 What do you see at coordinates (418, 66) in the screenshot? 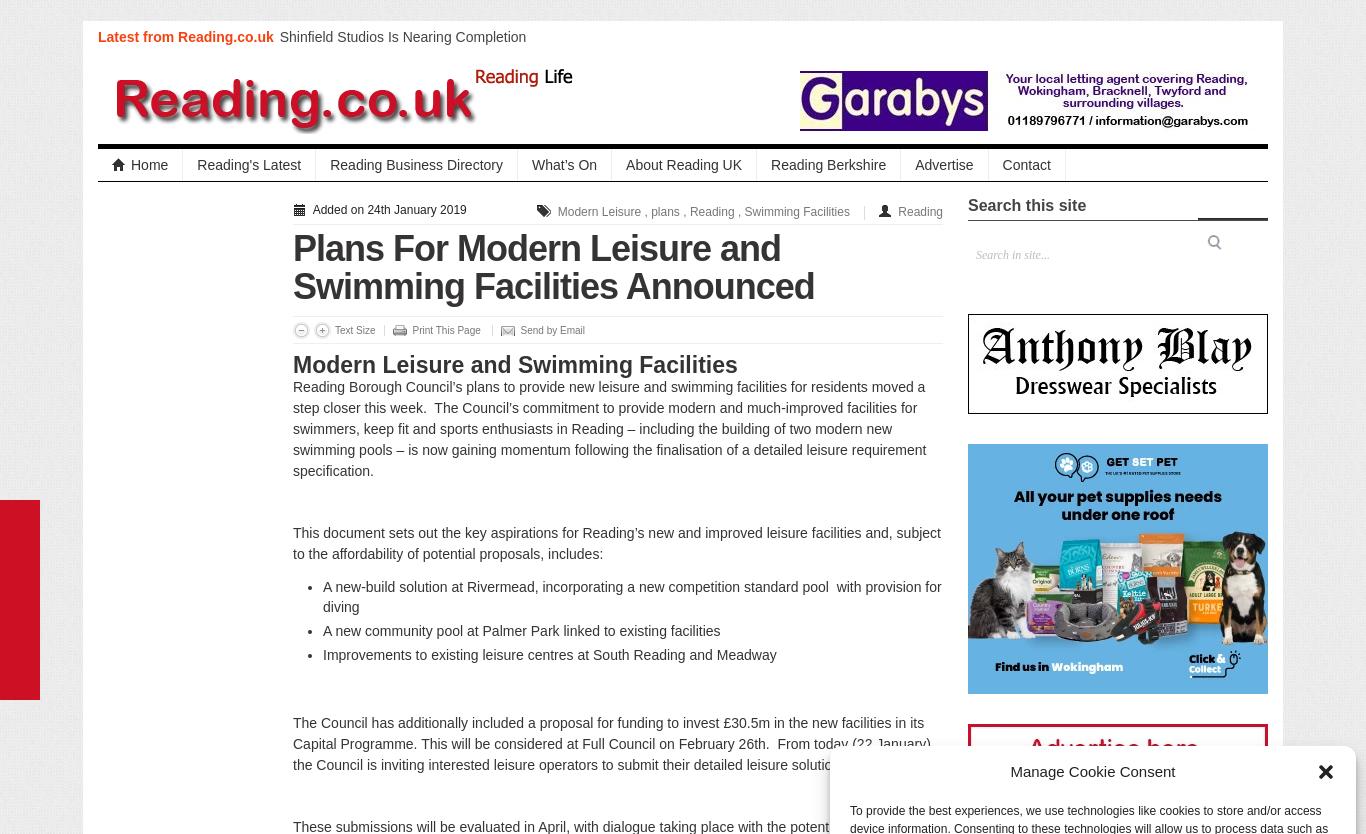
I see `'Royal Visit for Reading’s Abbey Gateway and Ruins'` at bounding box center [418, 66].